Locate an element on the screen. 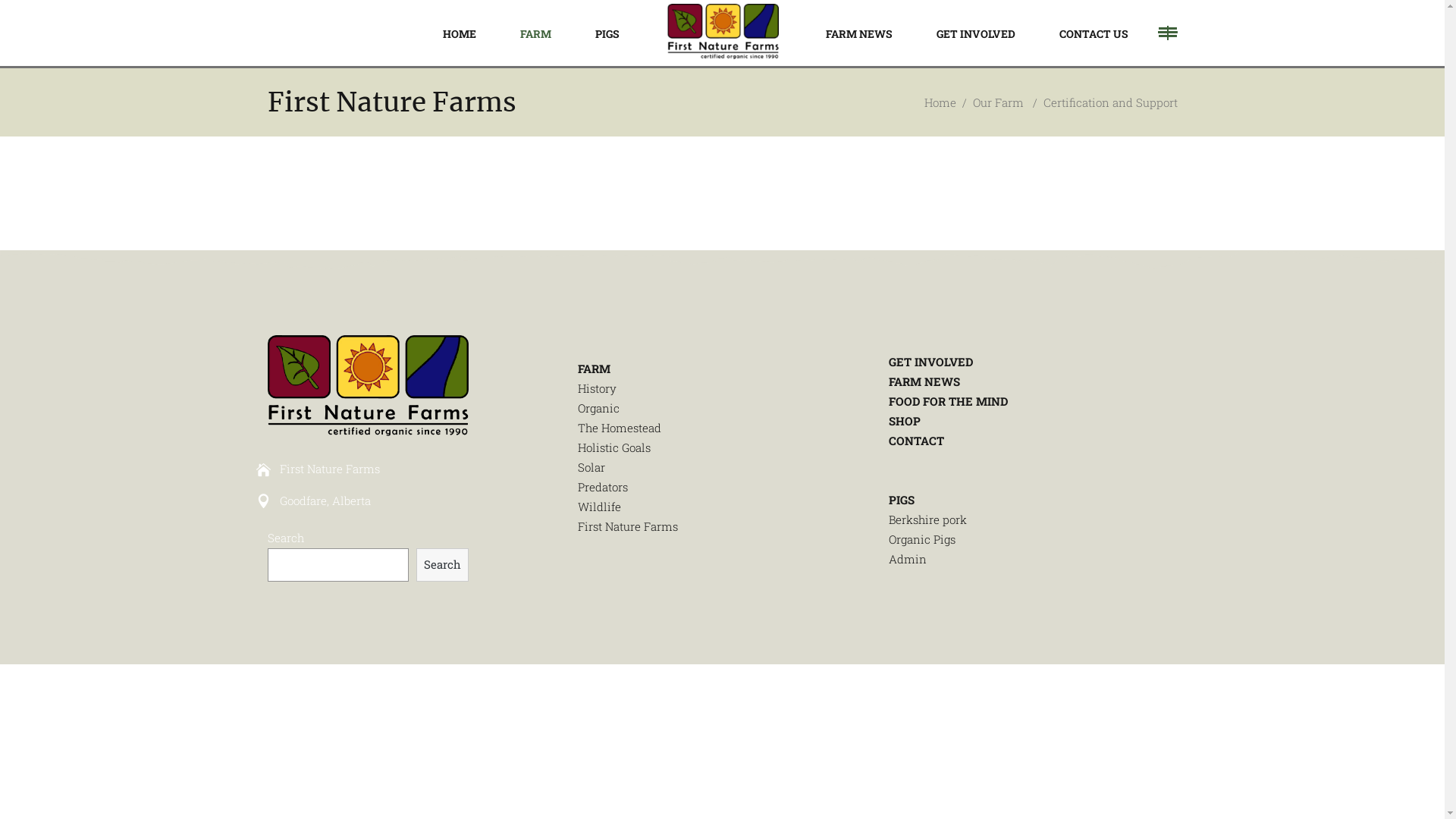  'CONTACT US' is located at coordinates (1094, 33).